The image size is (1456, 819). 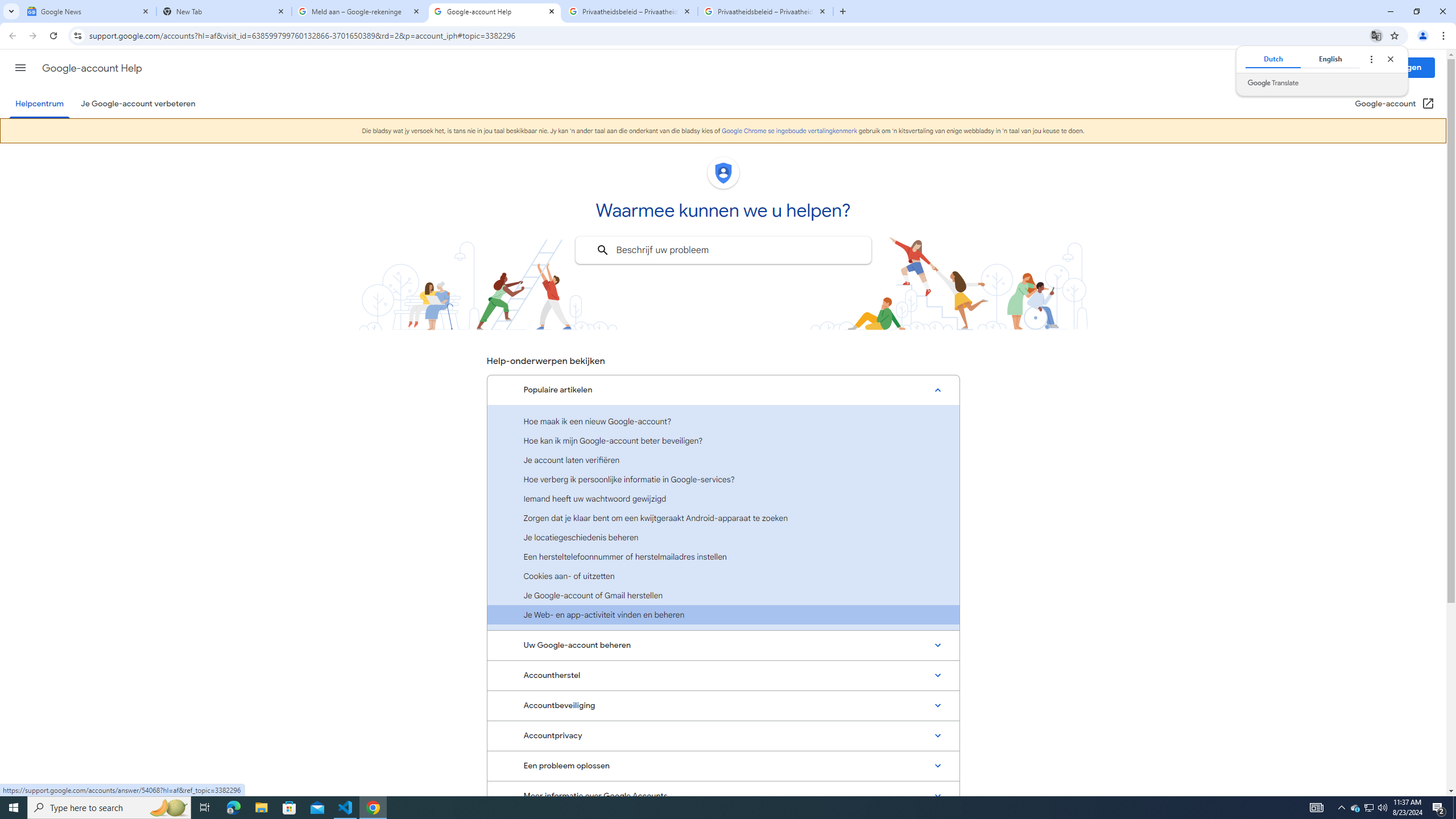 What do you see at coordinates (723, 536) in the screenshot?
I see `'Je locatiegeschiedenis beheren'` at bounding box center [723, 536].